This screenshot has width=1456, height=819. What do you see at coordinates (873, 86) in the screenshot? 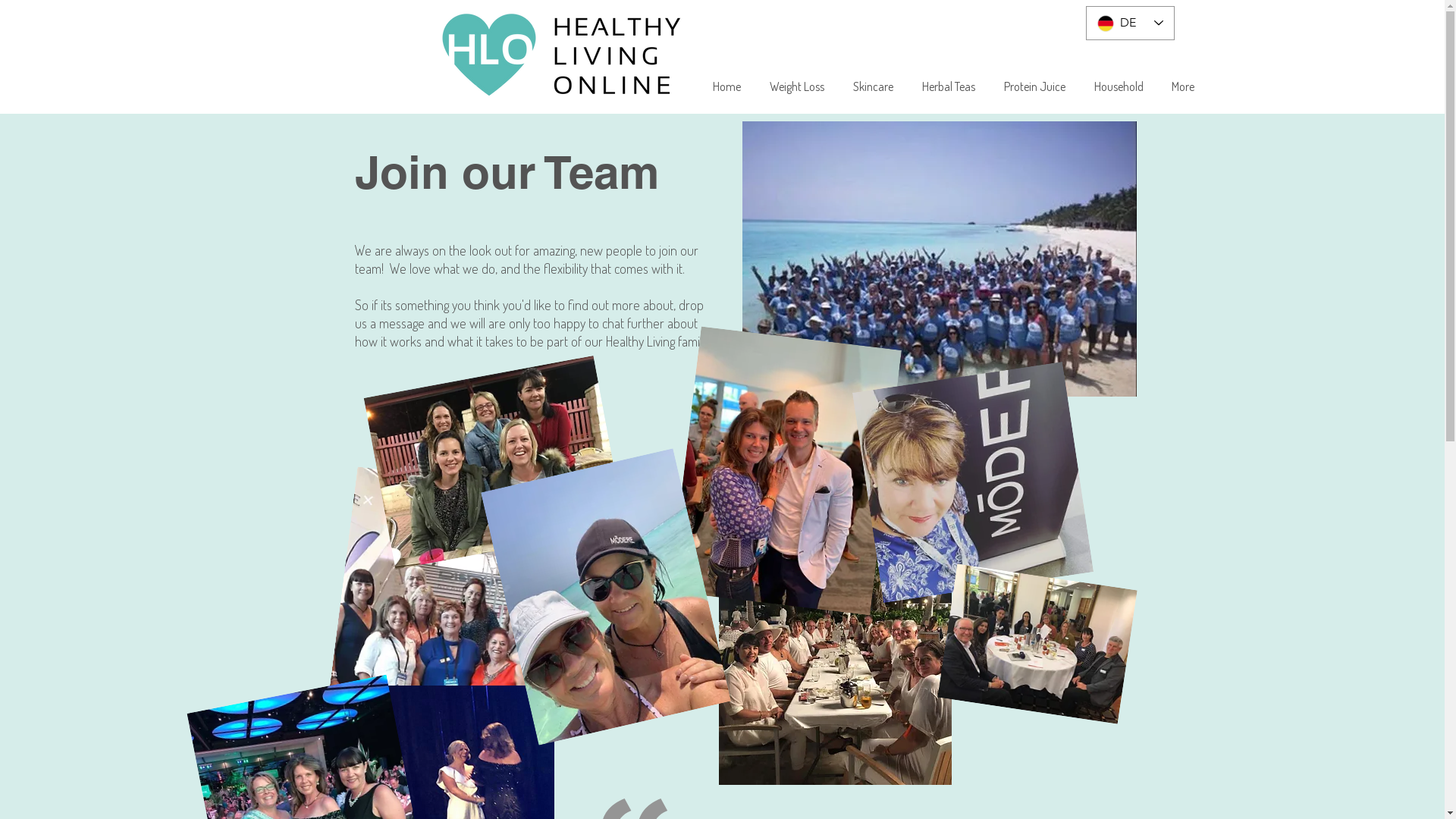
I see `'Skincare'` at bounding box center [873, 86].